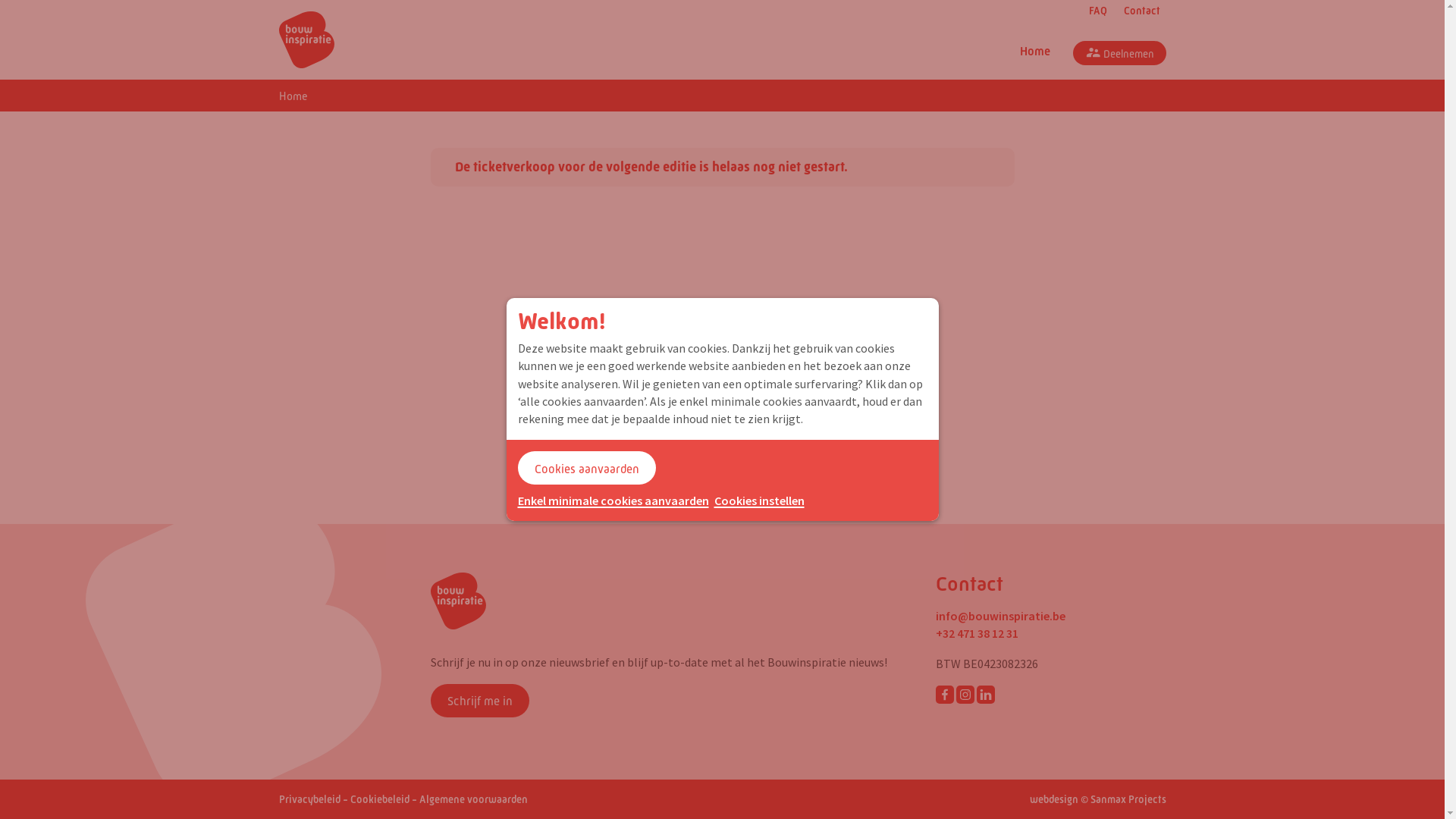  What do you see at coordinates (1113, 11) in the screenshot?
I see `'Contact'` at bounding box center [1113, 11].